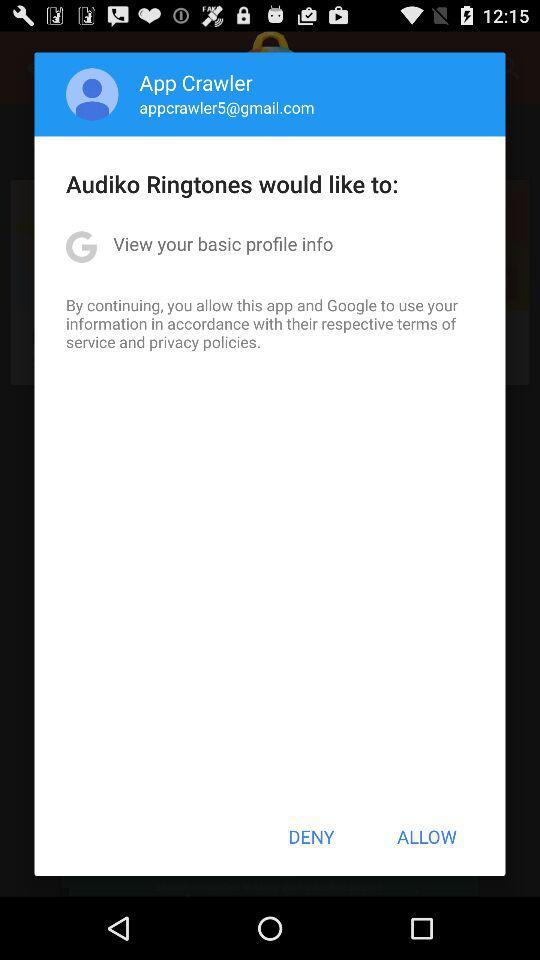 The height and width of the screenshot is (960, 540). What do you see at coordinates (196, 82) in the screenshot?
I see `the item above appcrawler5@gmail.com` at bounding box center [196, 82].